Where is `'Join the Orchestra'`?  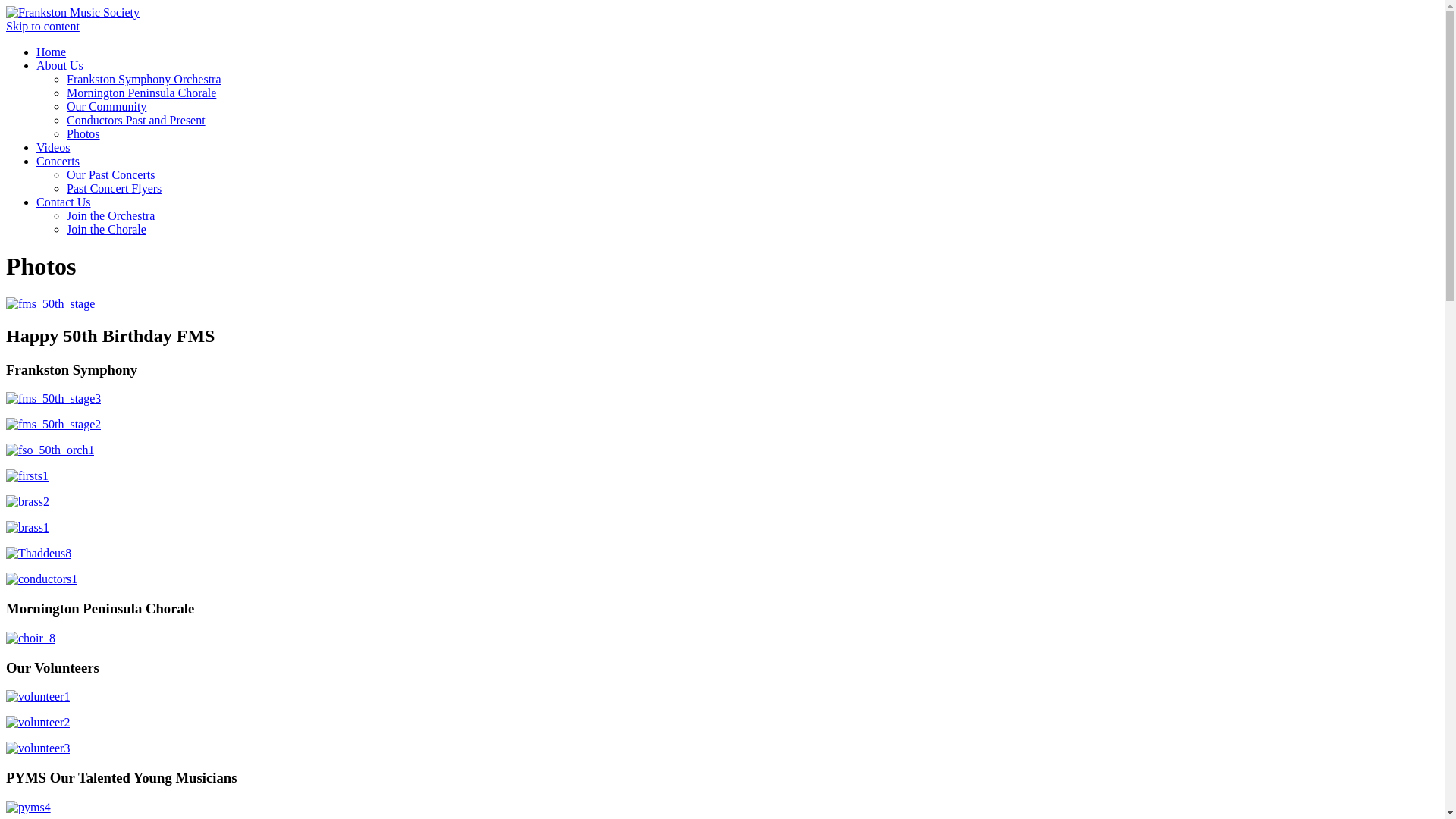 'Join the Orchestra' is located at coordinates (109, 215).